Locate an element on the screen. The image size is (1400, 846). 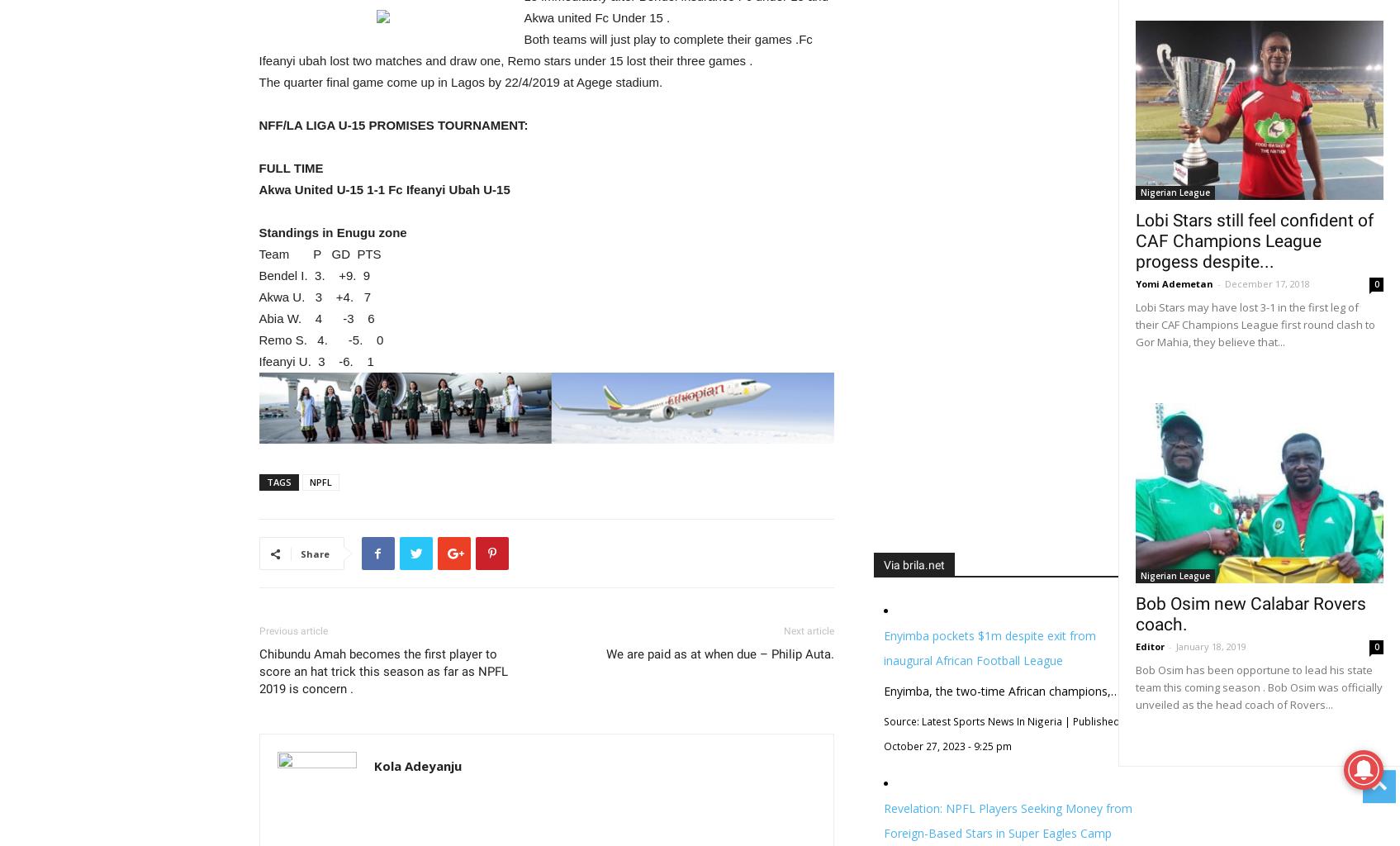
'NFF/LA LIGA U-15 PROMISES TOURNAMENT:' is located at coordinates (392, 124).